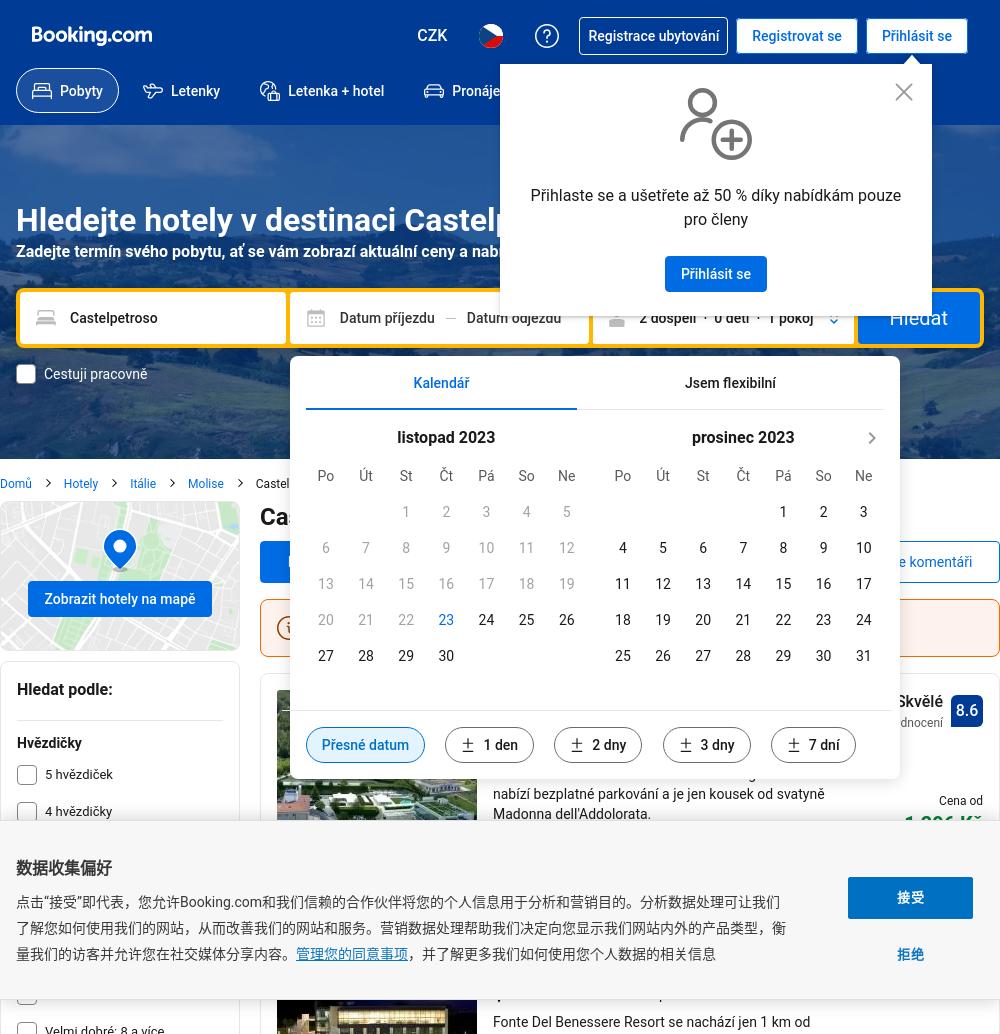 The width and height of the screenshot is (1000, 1034). Describe the element at coordinates (492, 700) in the screenshot. I see `'La Fonte dell'Astore'` at that location.